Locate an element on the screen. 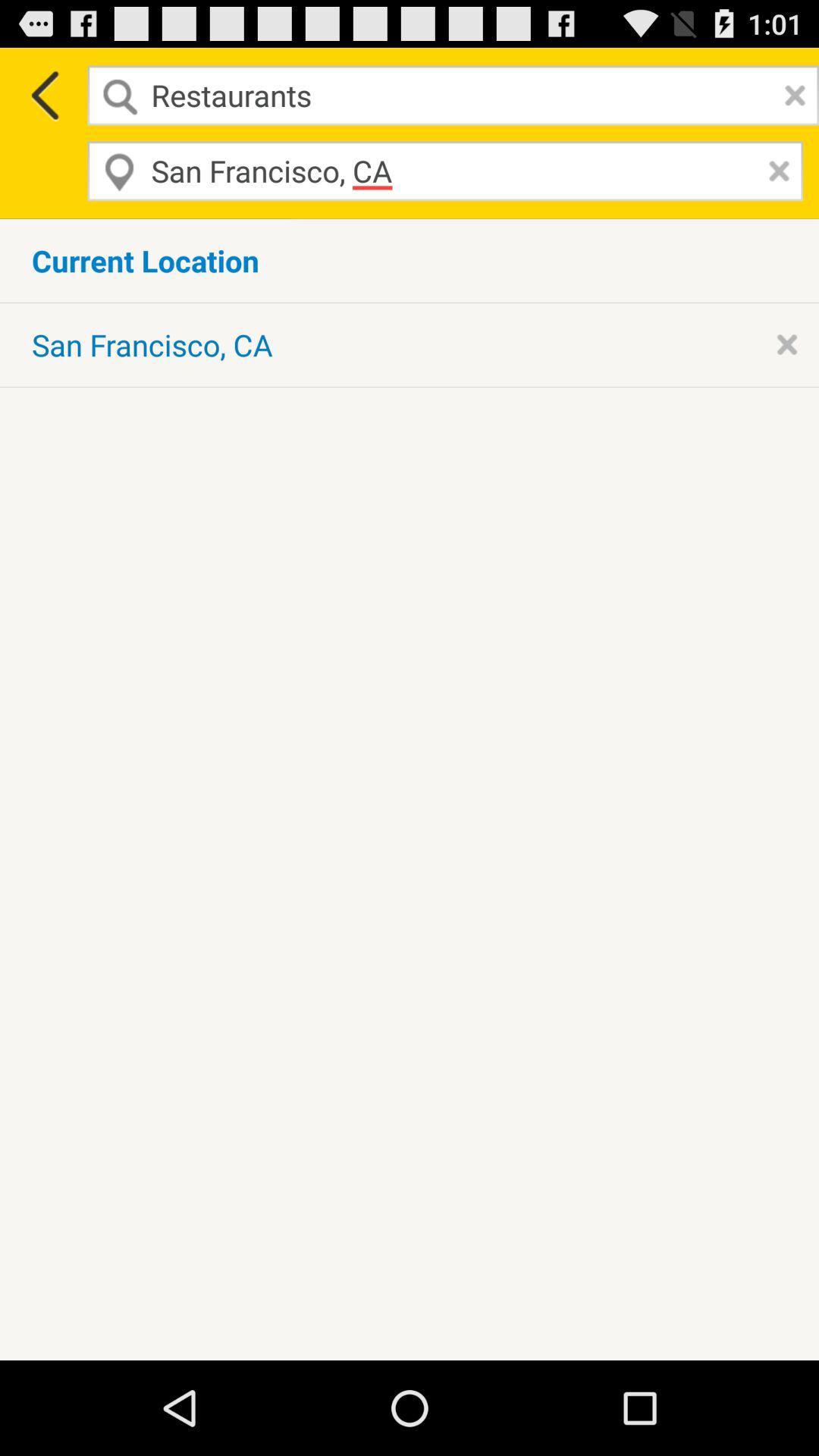  the close icon is located at coordinates (790, 101).